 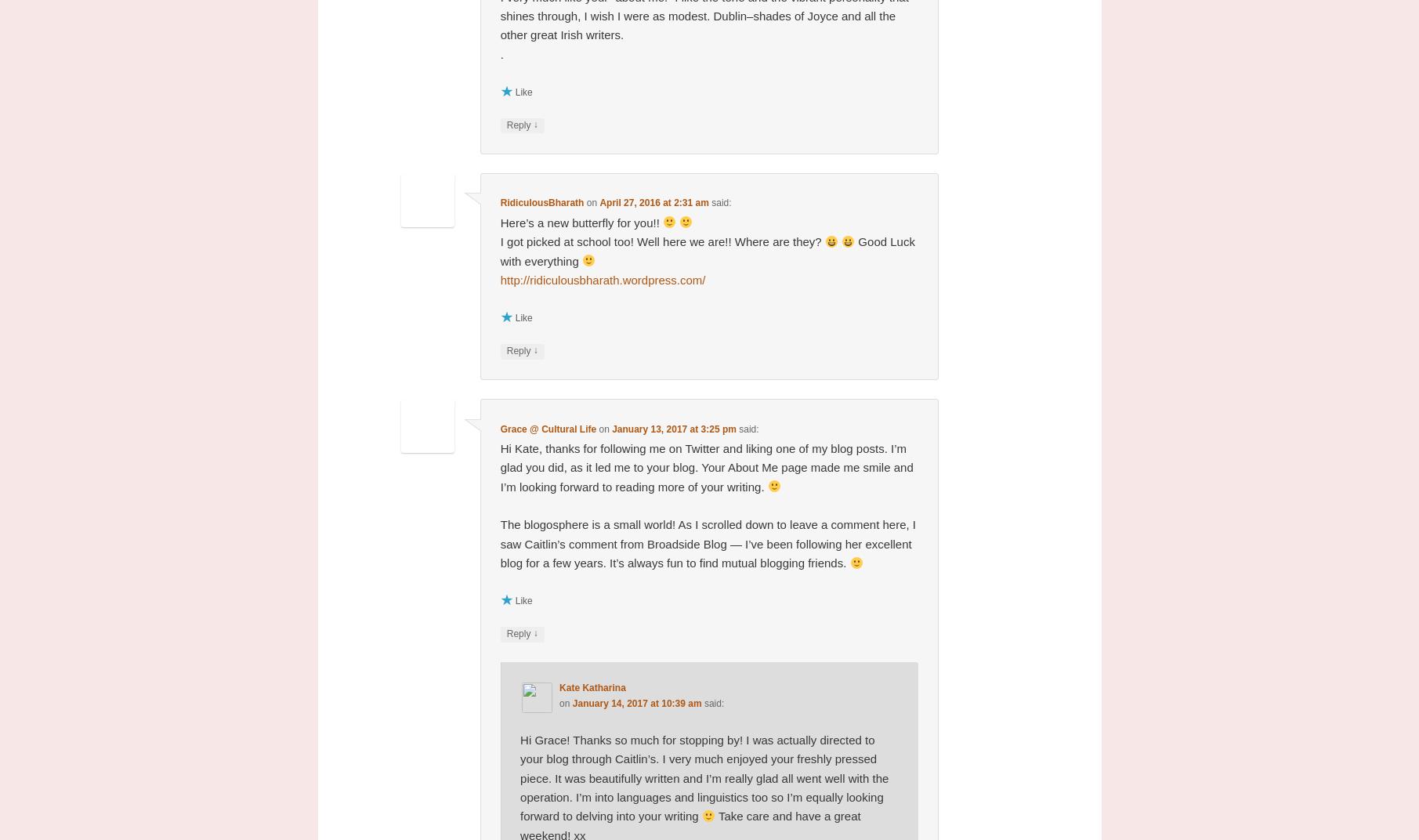 What do you see at coordinates (500, 221) in the screenshot?
I see `'Here’s a new butterfly for you!!'` at bounding box center [500, 221].